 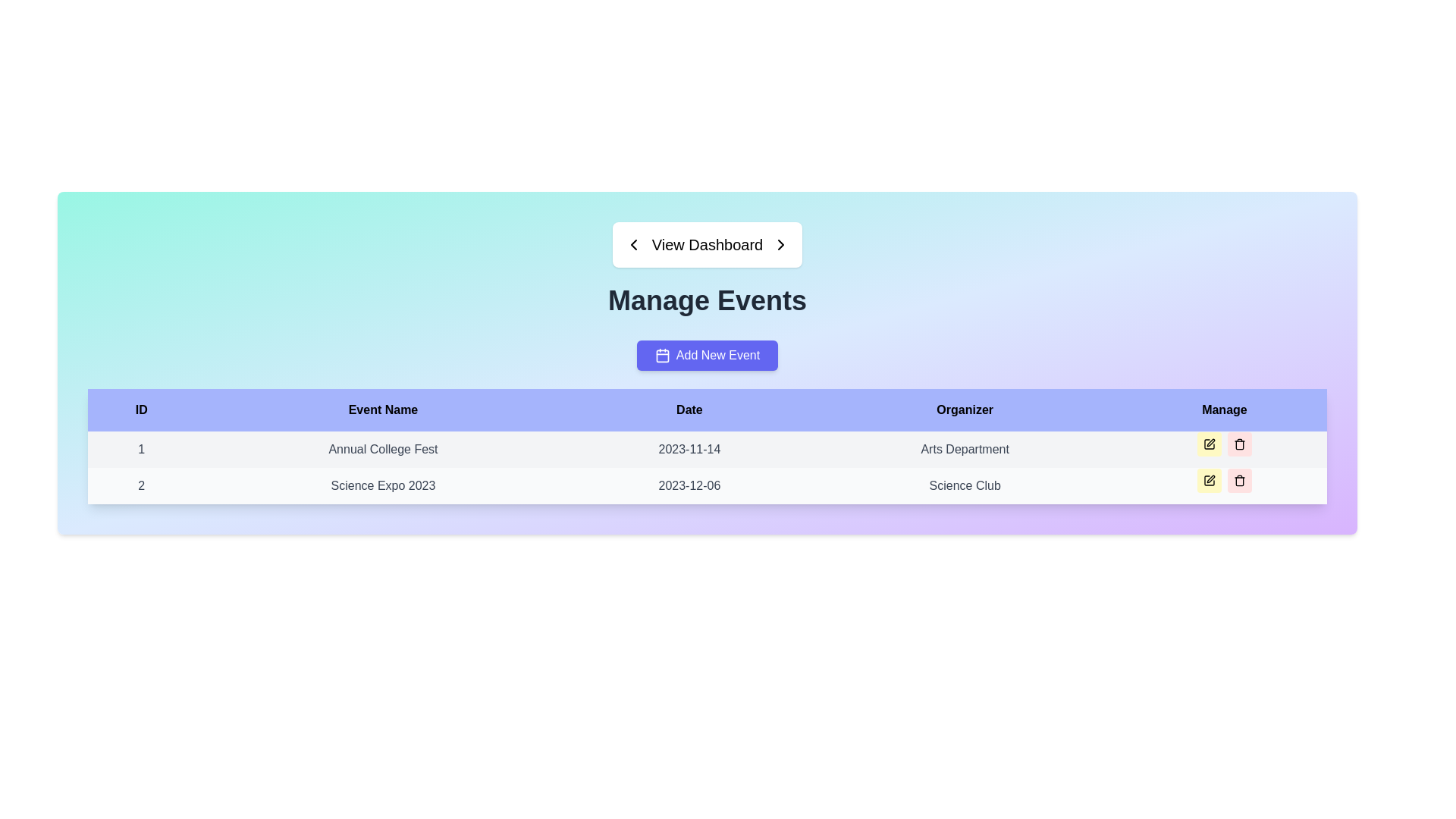 What do you see at coordinates (706, 449) in the screenshot?
I see `the first row of the event table located below the 'Manage Events' heading by clicking on its center` at bounding box center [706, 449].